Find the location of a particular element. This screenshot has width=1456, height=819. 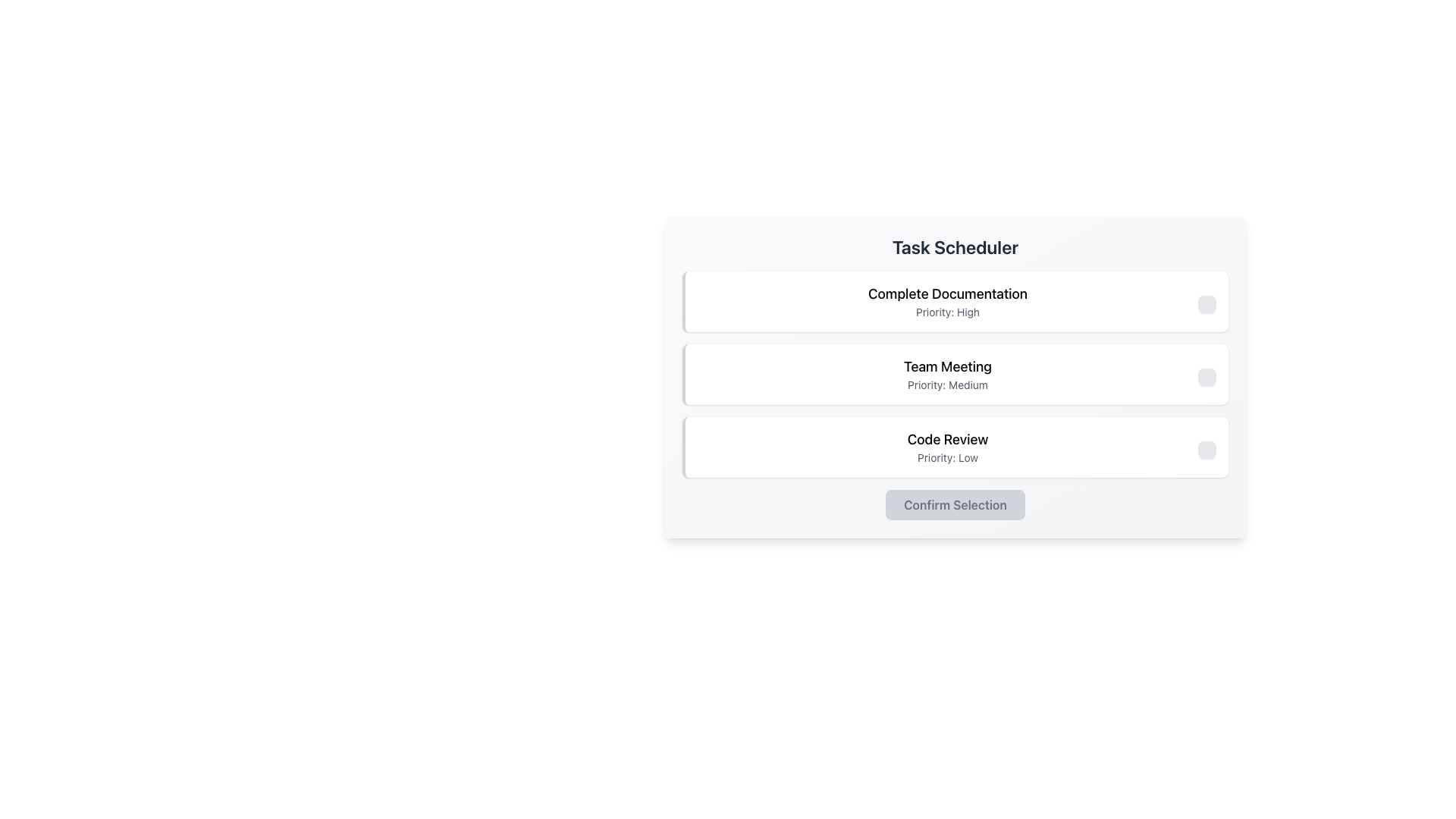

the text label indicating the priority level (High) of the task located directly under 'Complete Documentation' in the topmost task section is located at coordinates (946, 312).